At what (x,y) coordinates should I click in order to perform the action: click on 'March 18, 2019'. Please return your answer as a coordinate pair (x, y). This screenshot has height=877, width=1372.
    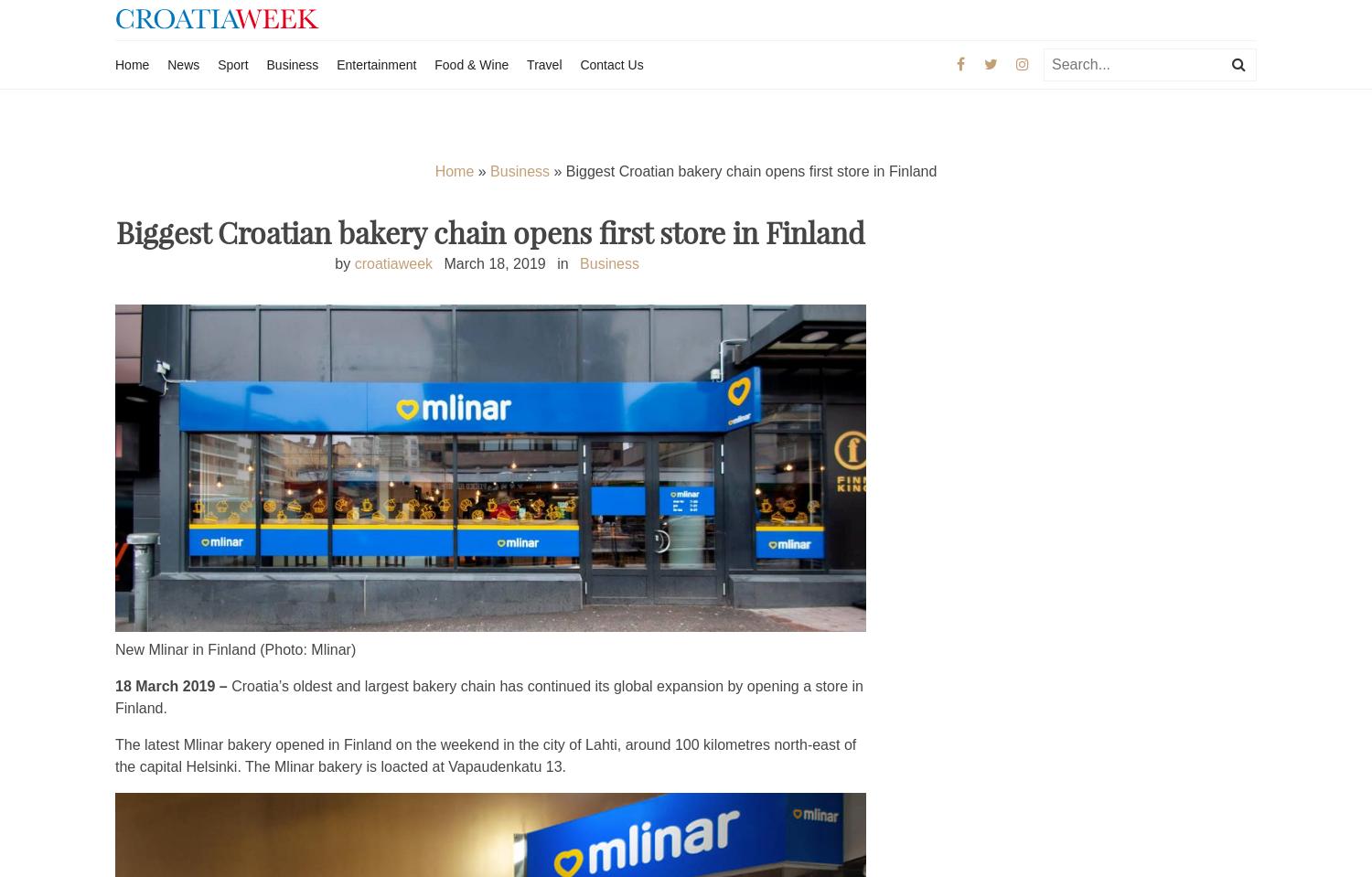
    Looking at the image, I should click on (494, 262).